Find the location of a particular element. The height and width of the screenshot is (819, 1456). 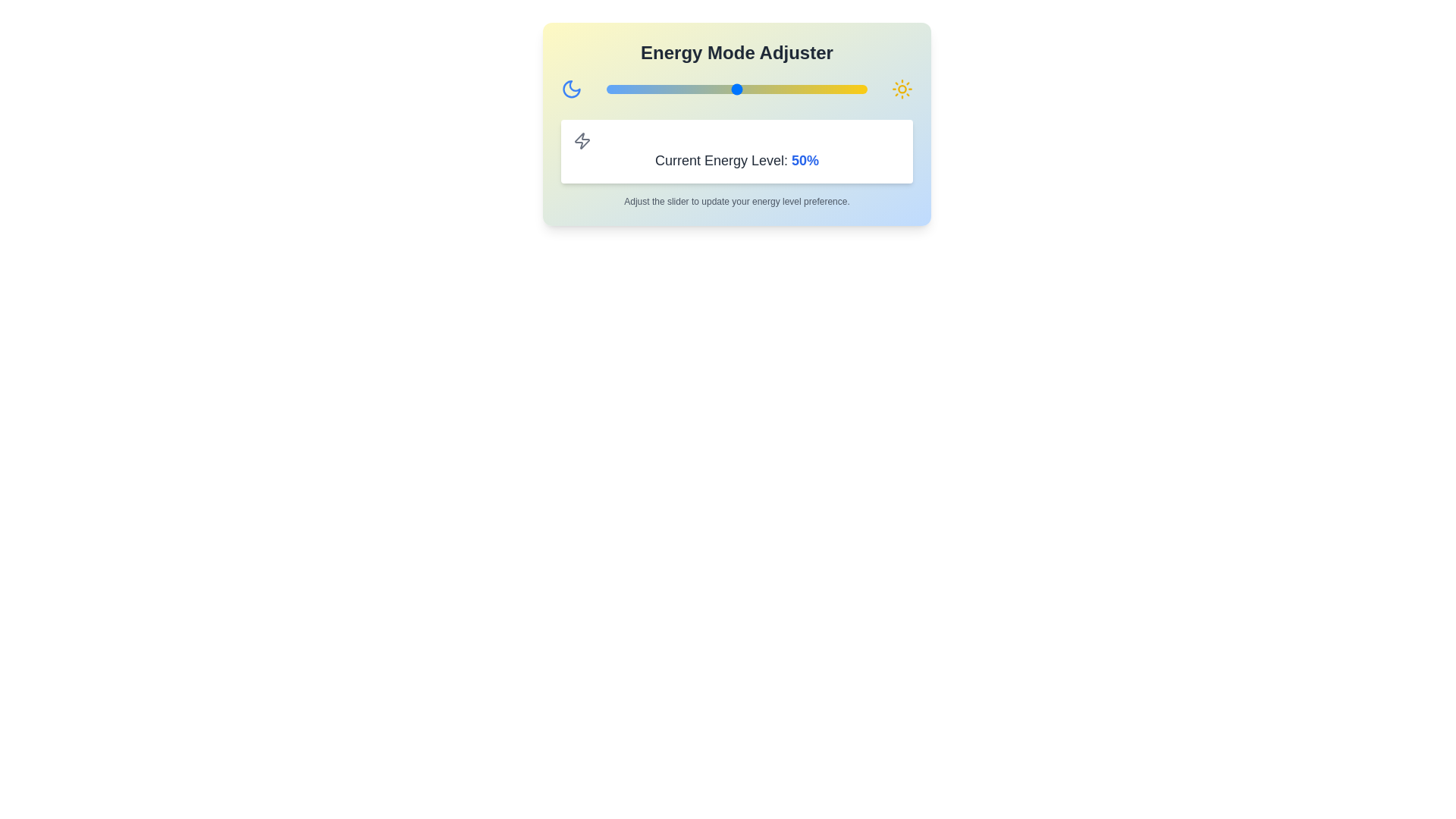

the Zap icon in the Current Energy Level section is located at coordinates (582, 140).